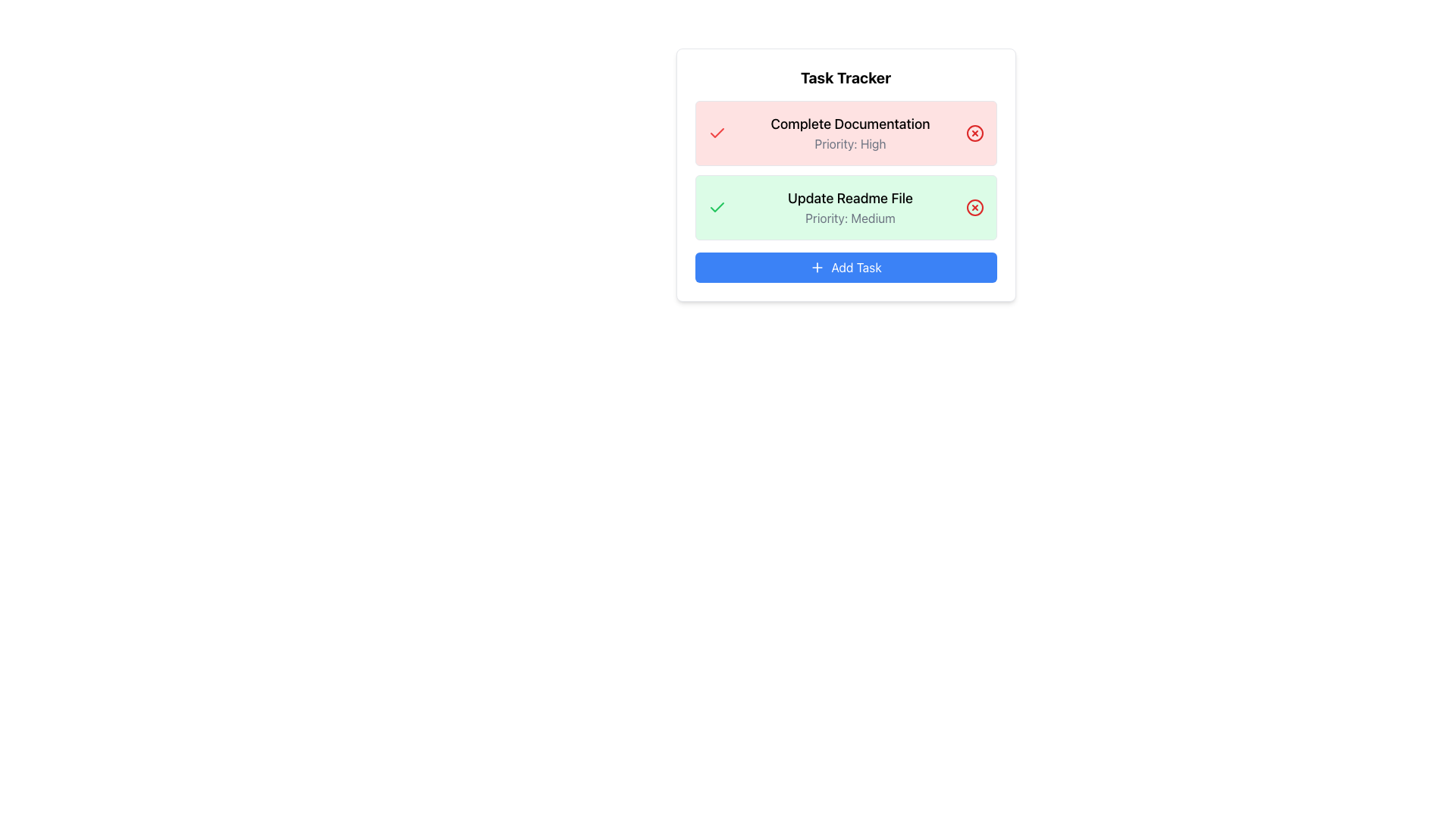 This screenshot has width=1456, height=819. What do you see at coordinates (850, 143) in the screenshot?
I see `static text label that displays 'Priority: High' located in the 'Complete Documentation' task box, which is styled with a gray font and positioned below the main title` at bounding box center [850, 143].